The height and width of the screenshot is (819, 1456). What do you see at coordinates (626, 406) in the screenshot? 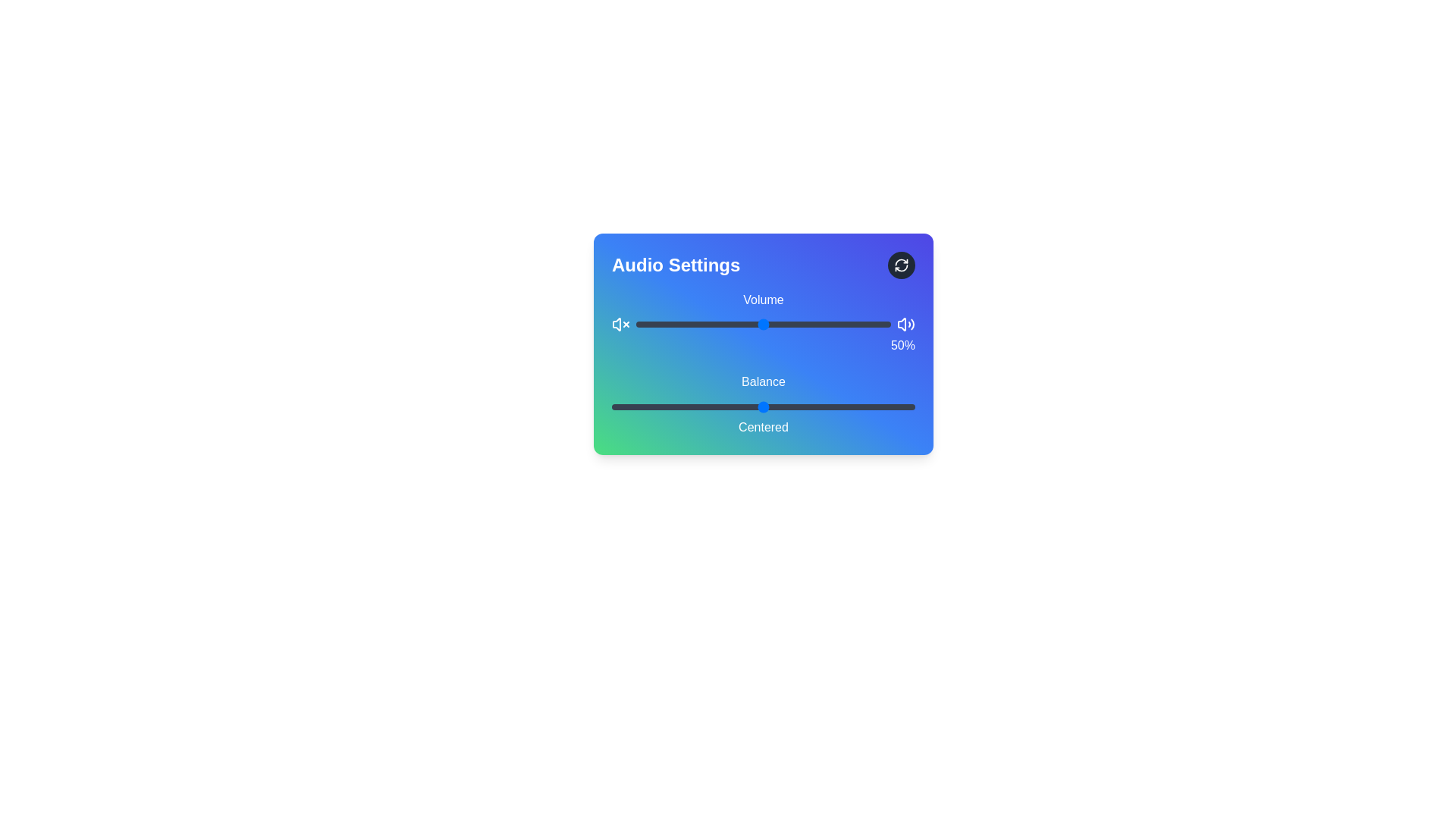
I see `the balance` at bounding box center [626, 406].